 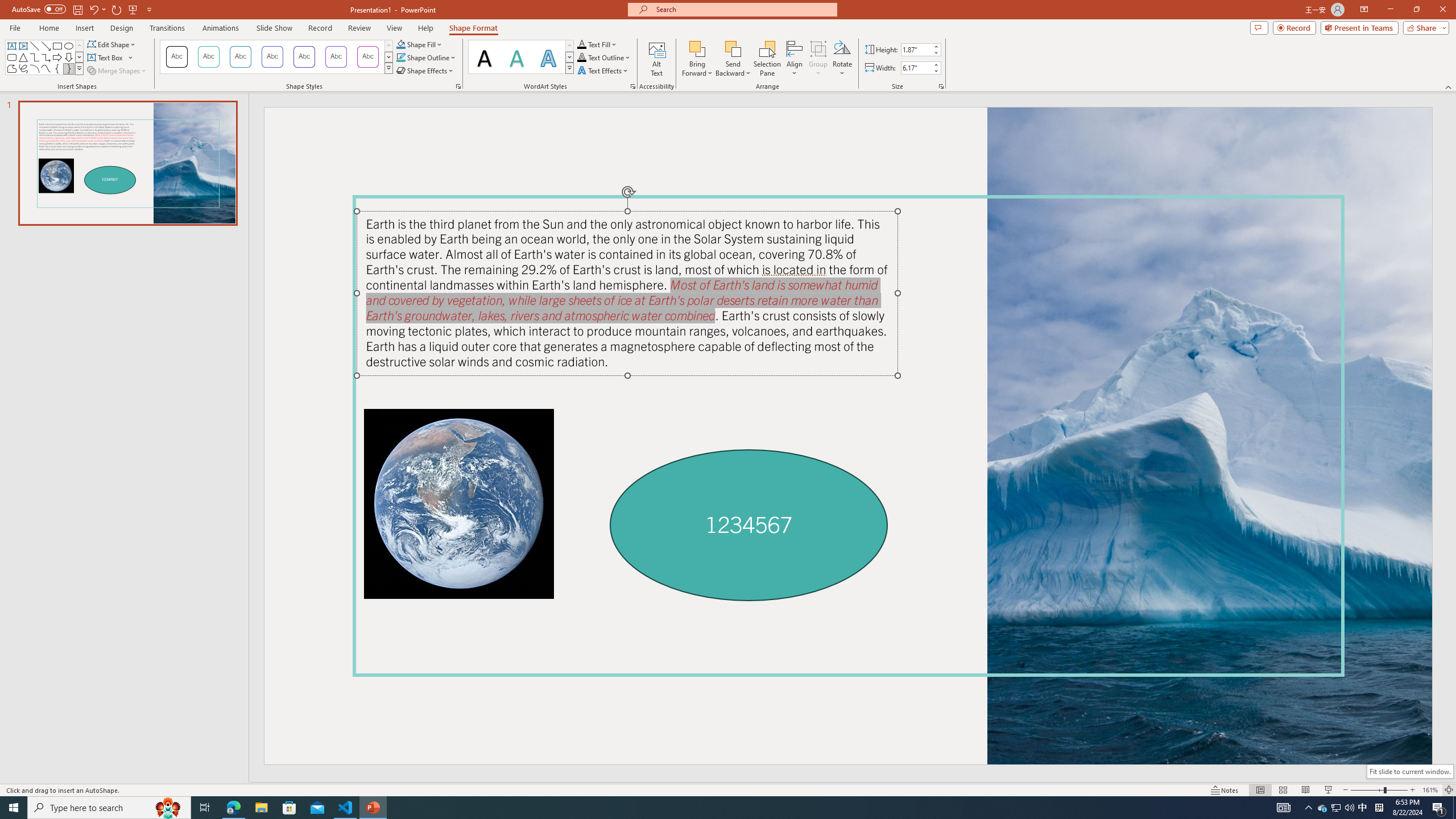 What do you see at coordinates (698, 48) in the screenshot?
I see `'Bring Forward'` at bounding box center [698, 48].